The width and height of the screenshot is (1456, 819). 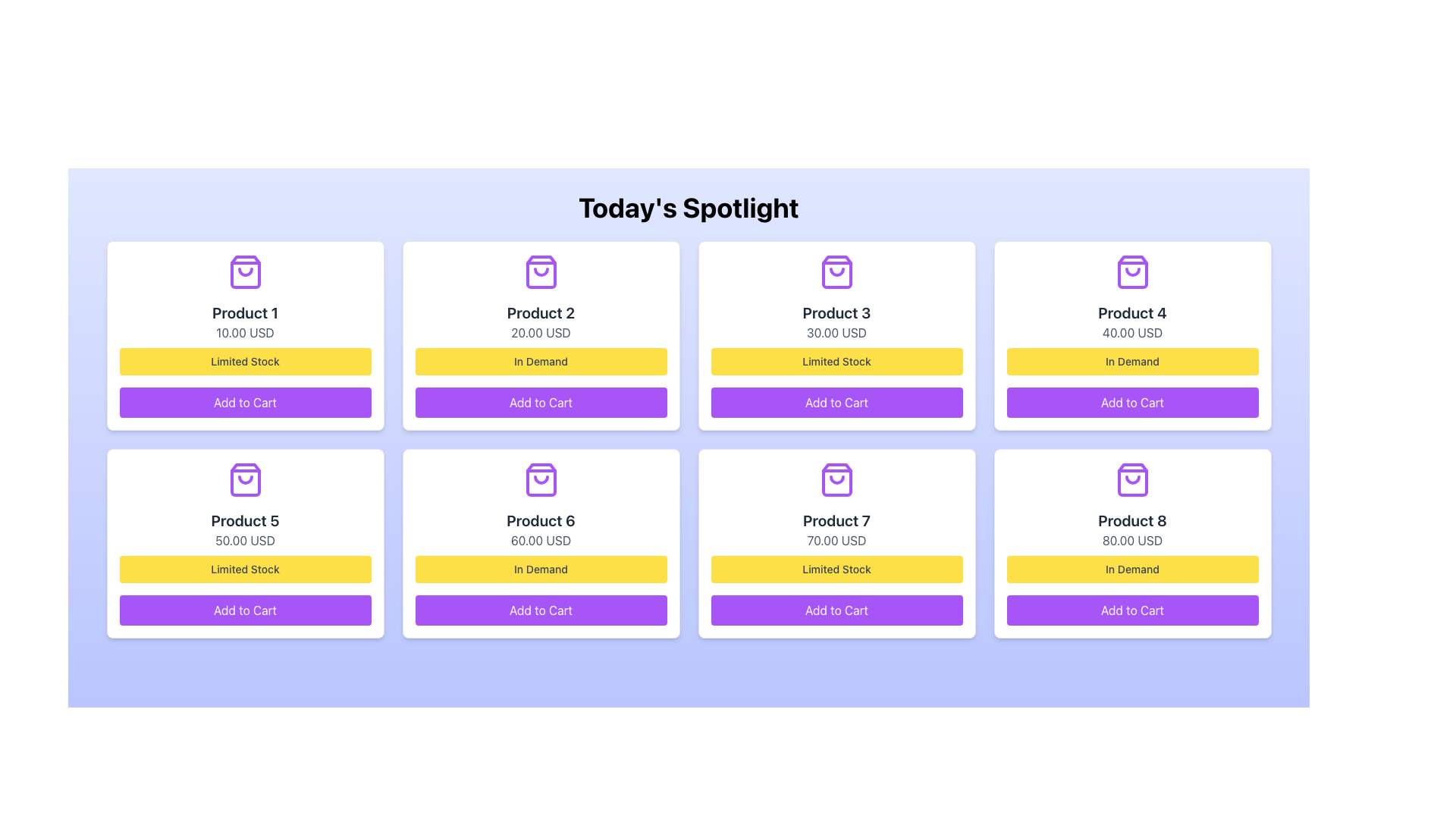 I want to click on the static text label that serves as the title or name identifier for the product in the card layout, located in the second row, first column of the grid layout, so click(x=245, y=519).